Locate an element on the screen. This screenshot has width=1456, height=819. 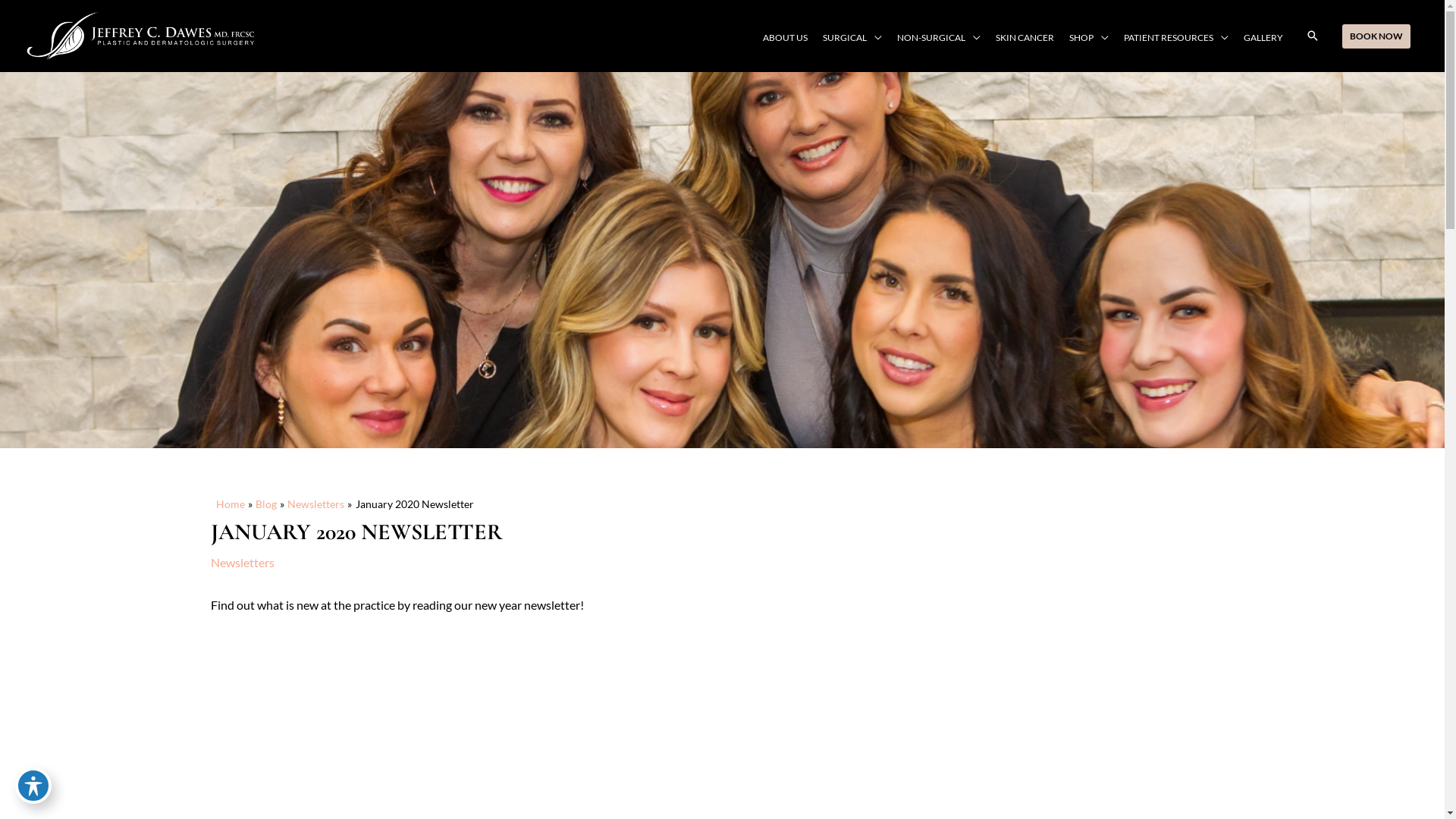
'Blog' is located at coordinates (265, 504).